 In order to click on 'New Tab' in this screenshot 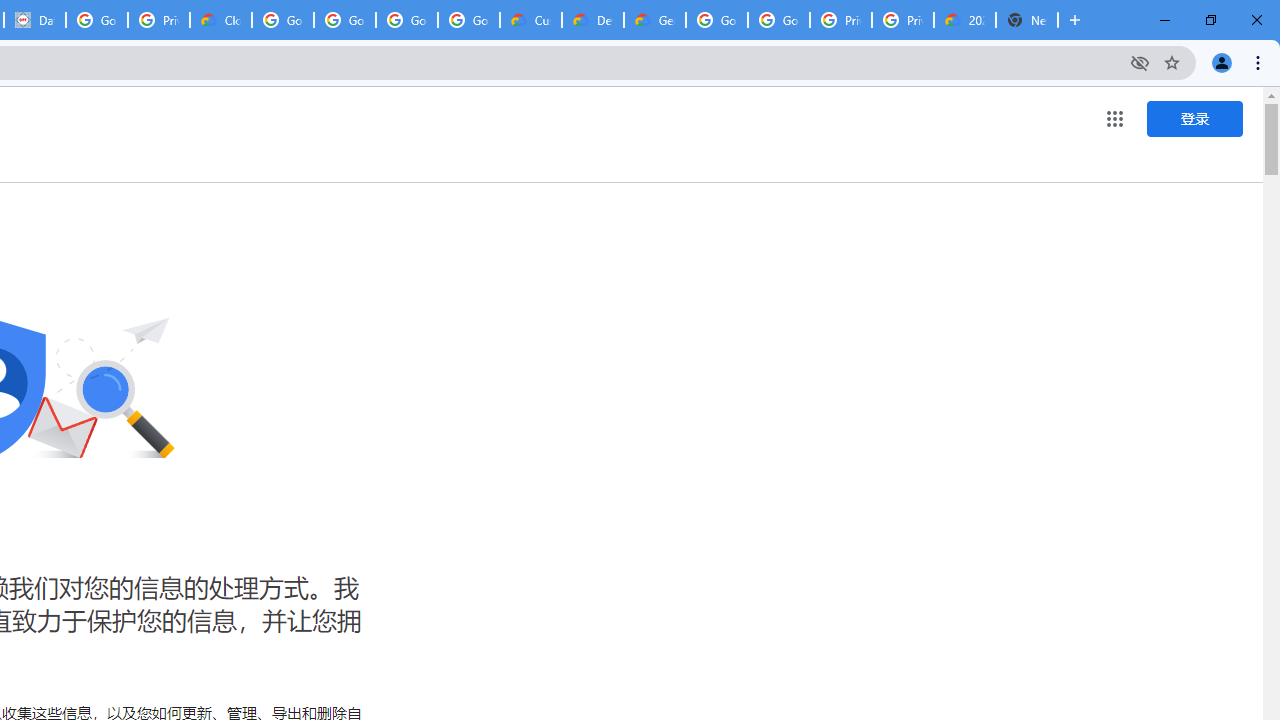, I will do `click(1027, 20)`.